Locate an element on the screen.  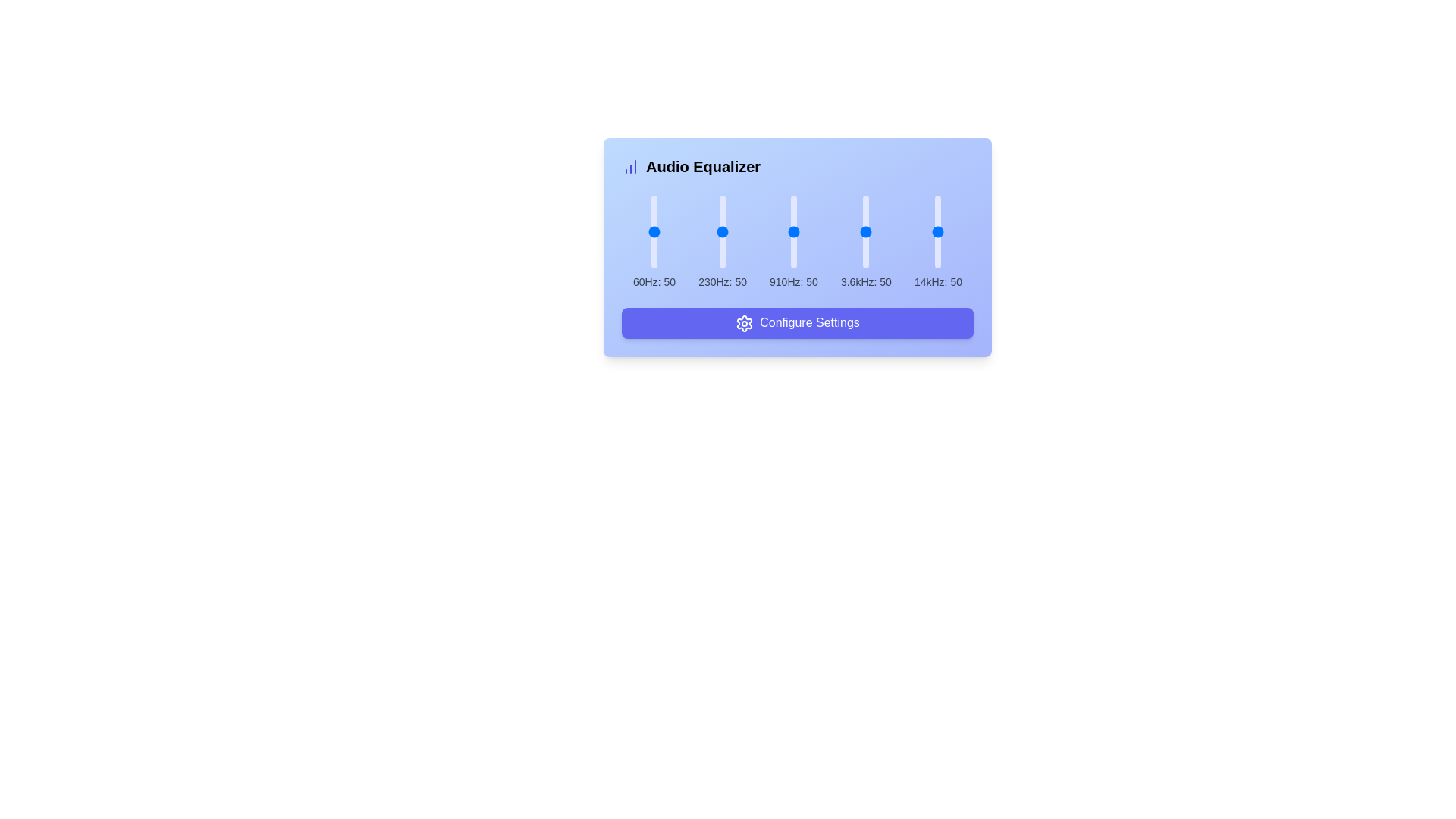
the static text displaying '60Hz: 50' located at the bottom of the first column in the Audio Equalizer section is located at coordinates (654, 281).